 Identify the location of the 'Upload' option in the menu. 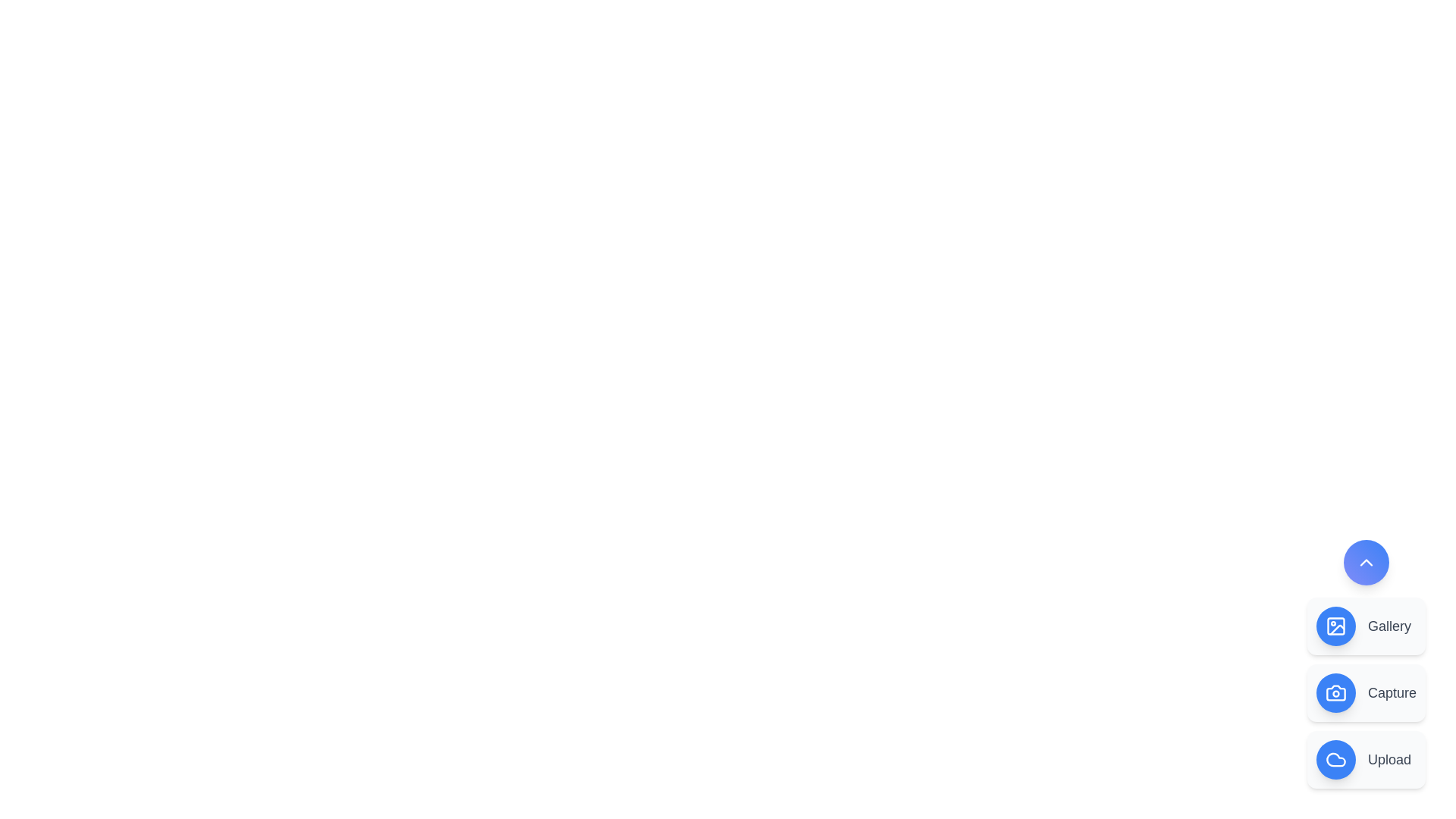
(1366, 760).